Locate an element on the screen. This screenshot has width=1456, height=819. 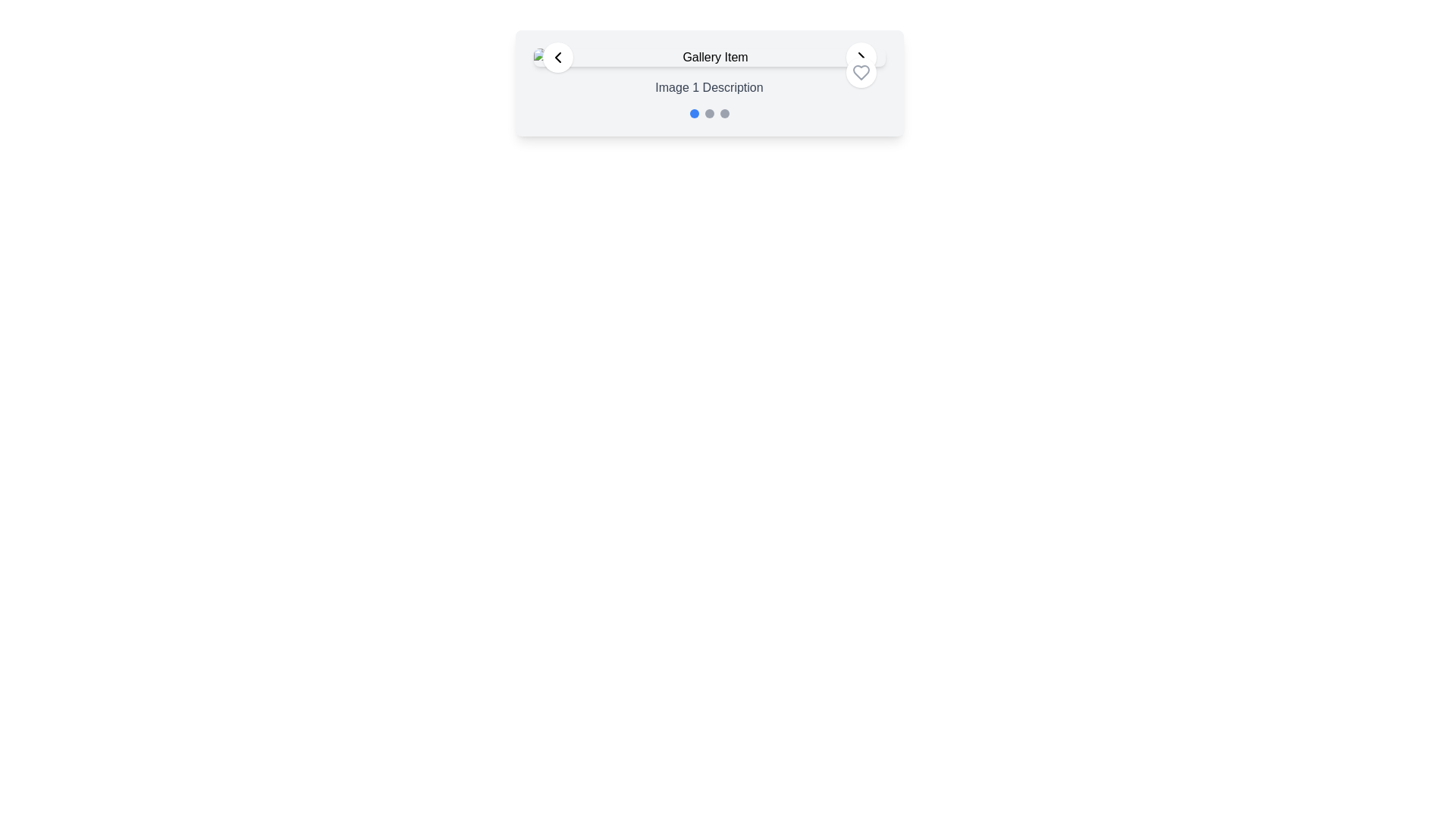
the heart-shaped icon button with a gray stroke outline located in the top-right corner of the horizontal bar is located at coordinates (861, 73).